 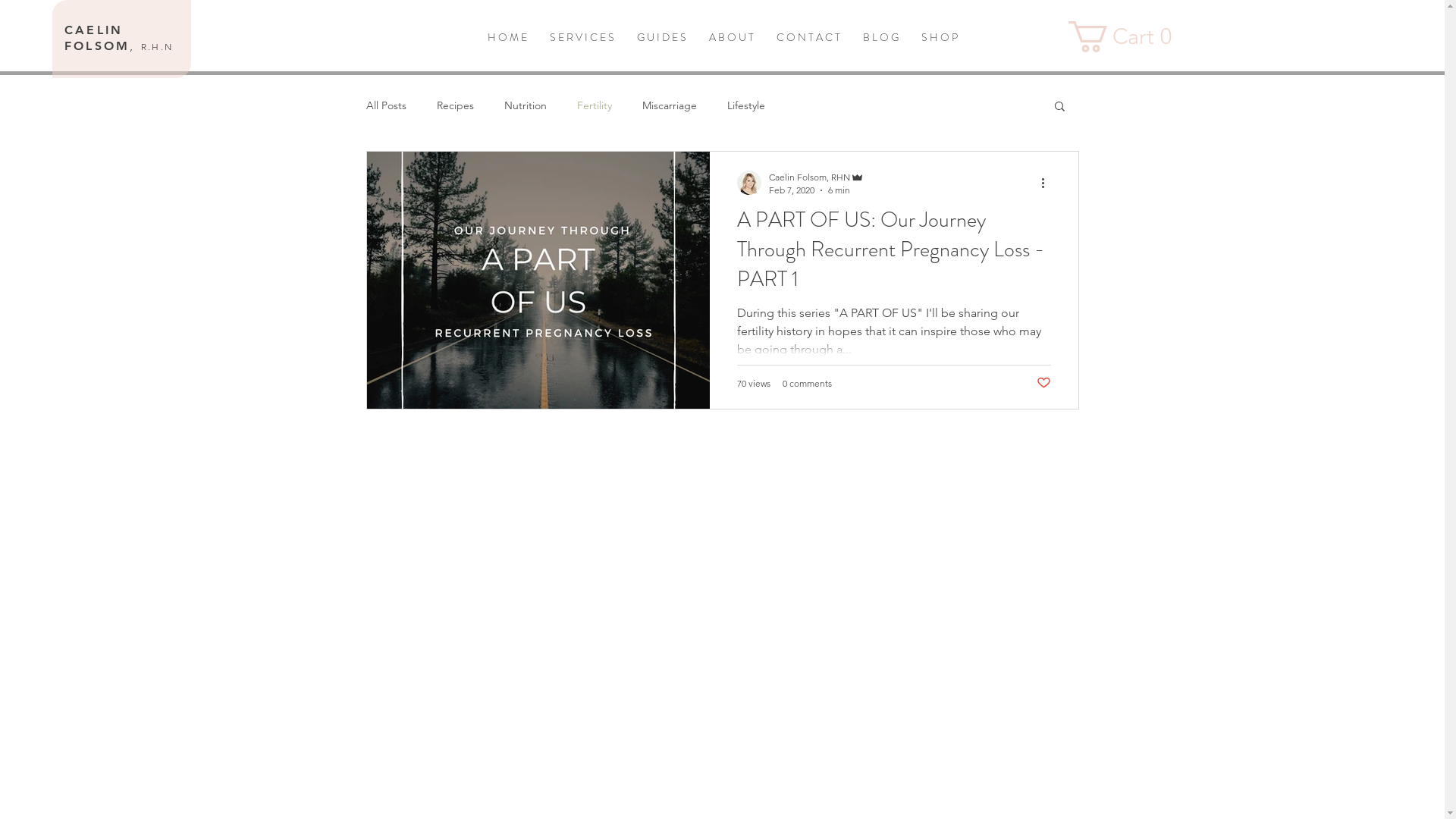 What do you see at coordinates (475, 36) in the screenshot?
I see `'H O M E'` at bounding box center [475, 36].